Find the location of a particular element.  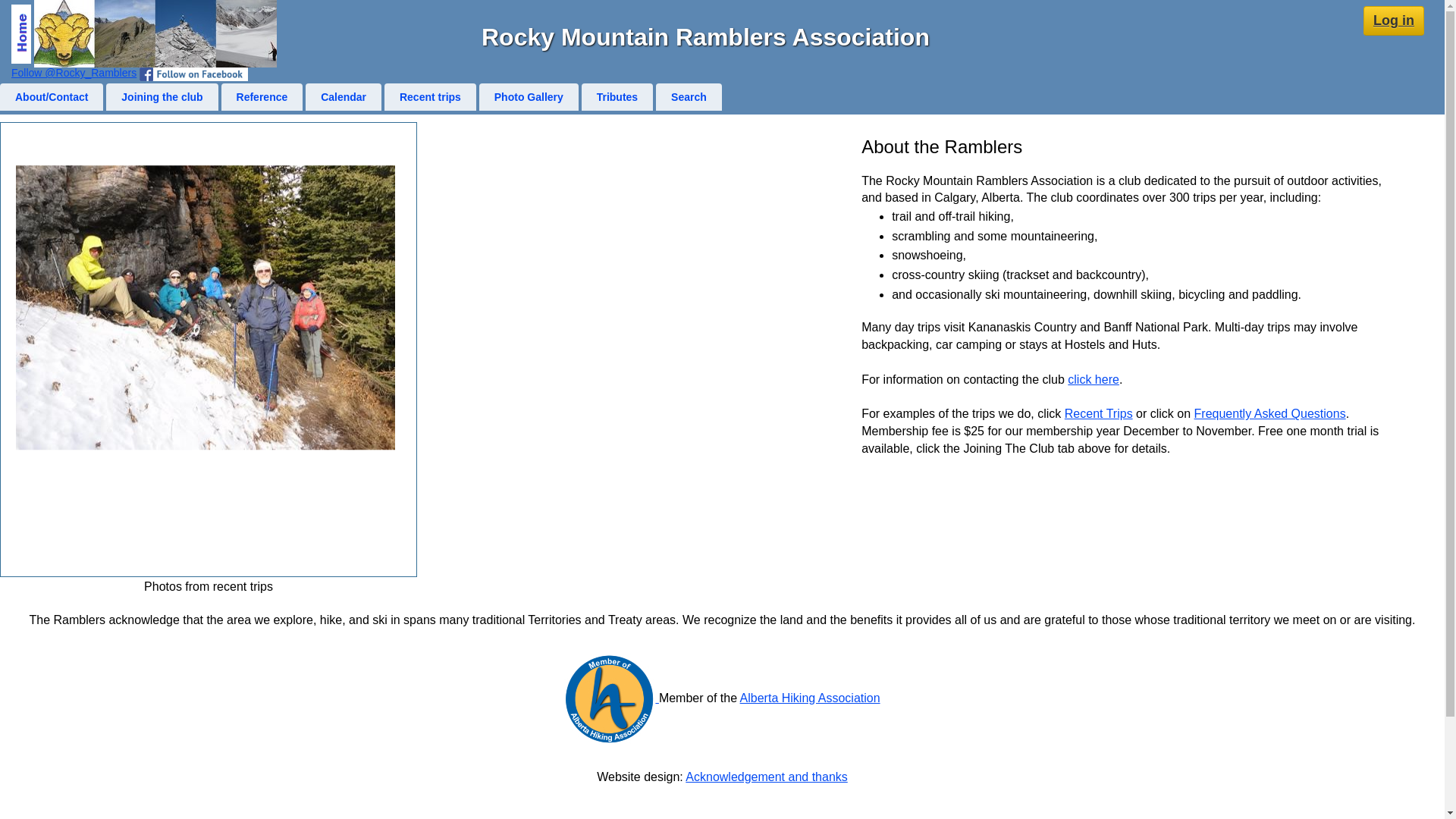

'click here' is located at coordinates (1066, 378).